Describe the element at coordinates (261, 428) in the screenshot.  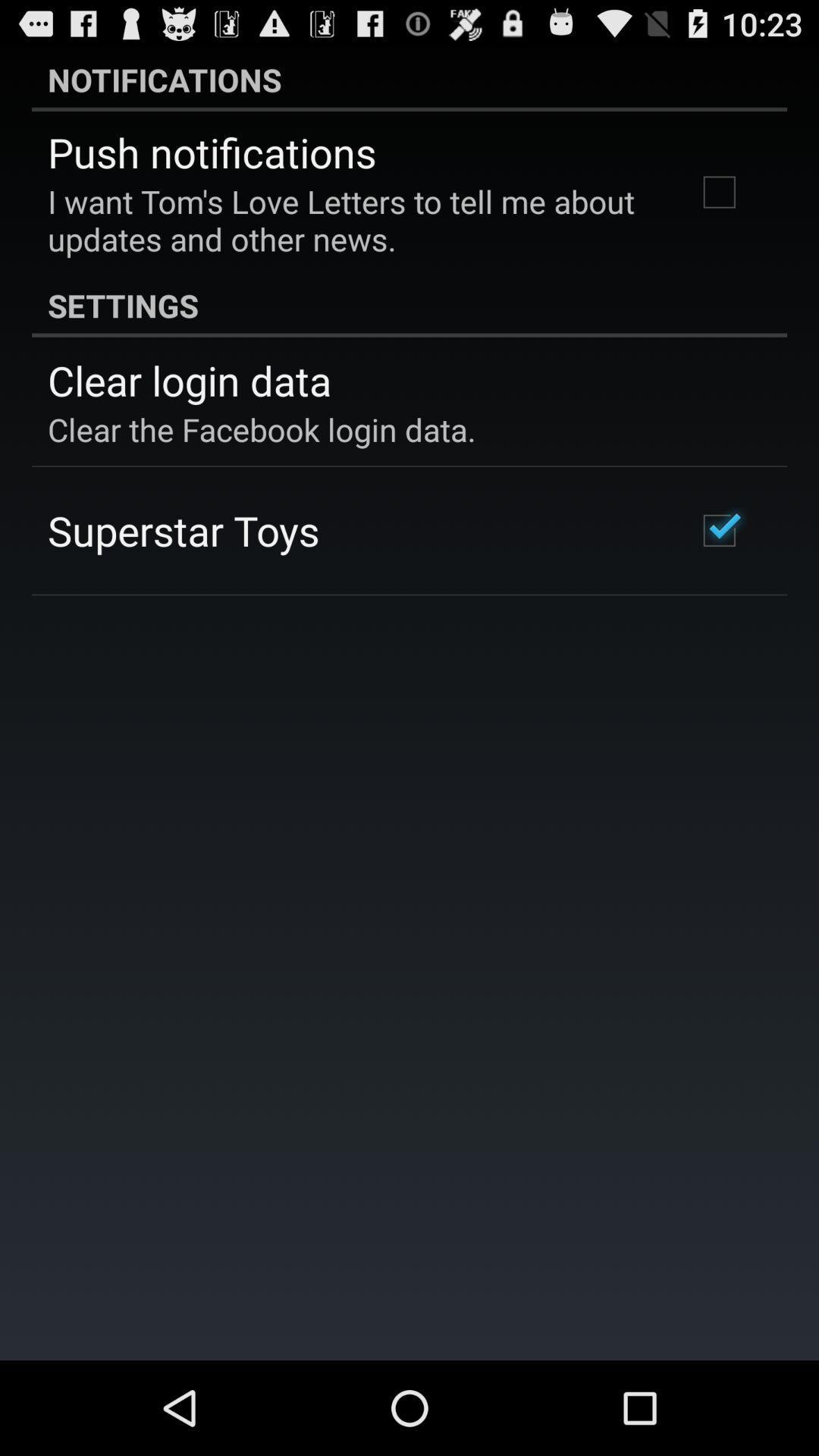
I see `the item below clear login data item` at that location.